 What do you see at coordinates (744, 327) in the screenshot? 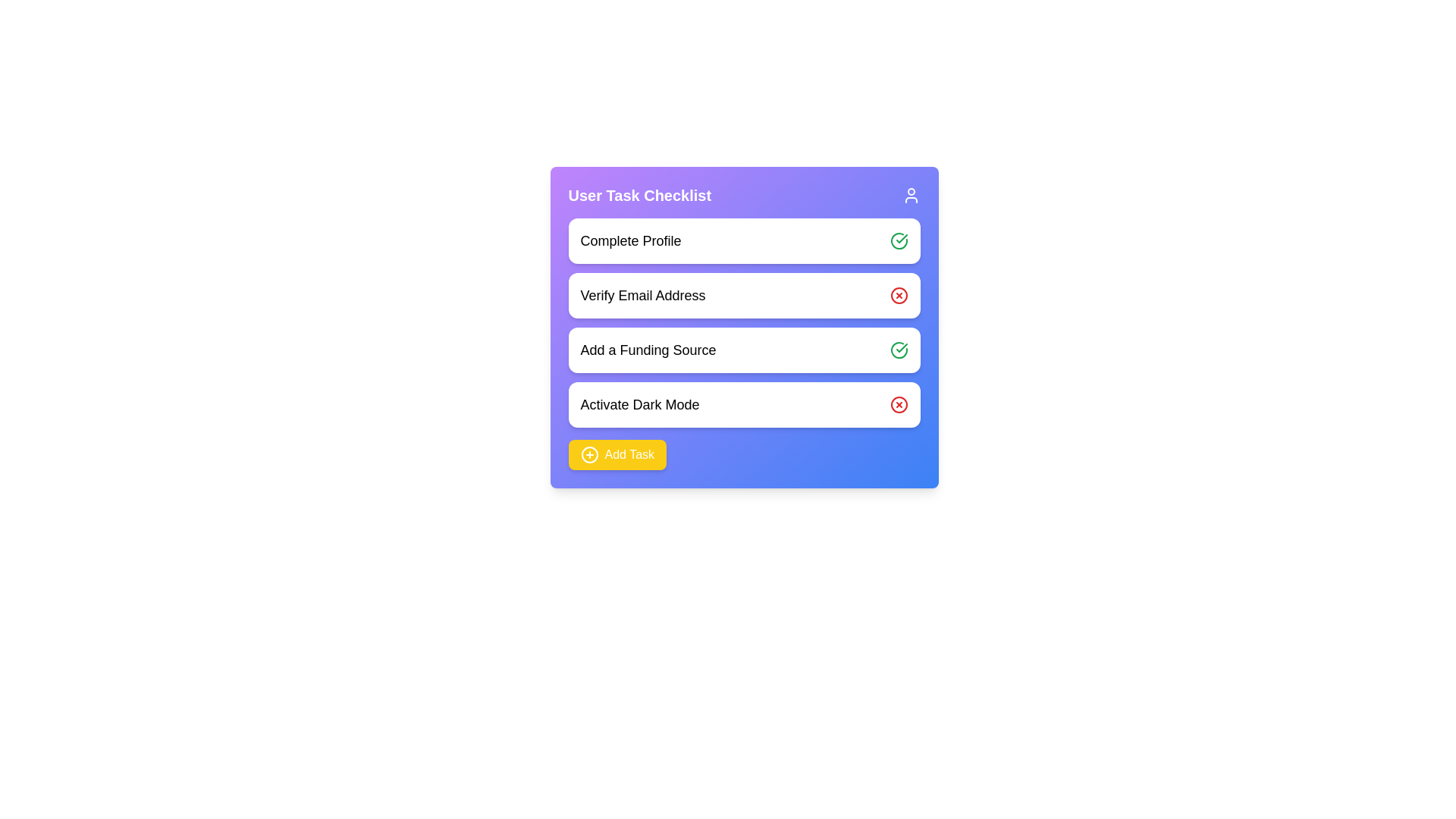
I see `the third checklist item labeled 'Add a Funding Source' to interact with the task and check its completion status indicated by the green check icon` at bounding box center [744, 327].